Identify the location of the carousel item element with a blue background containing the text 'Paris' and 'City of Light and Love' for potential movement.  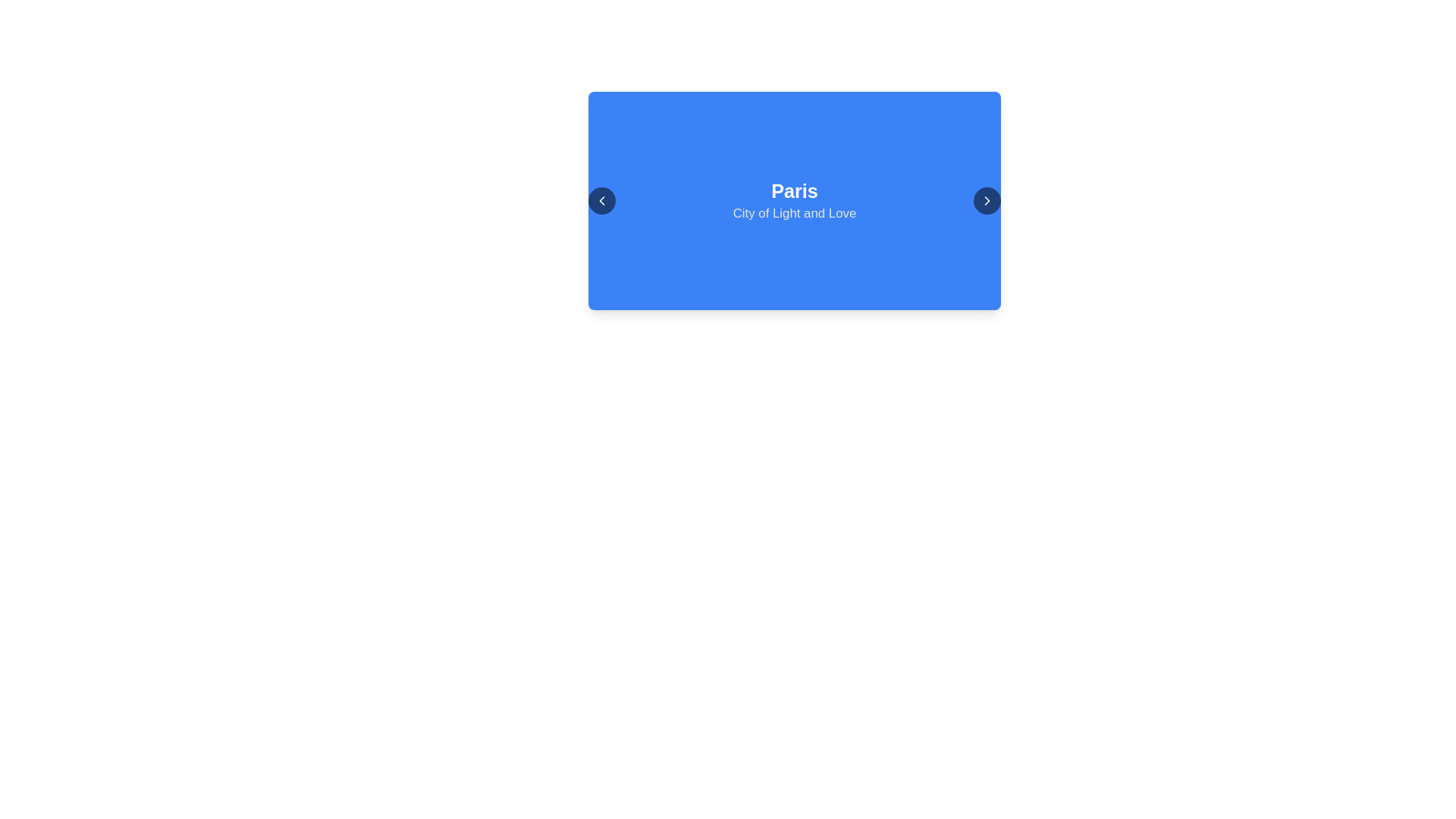
(793, 200).